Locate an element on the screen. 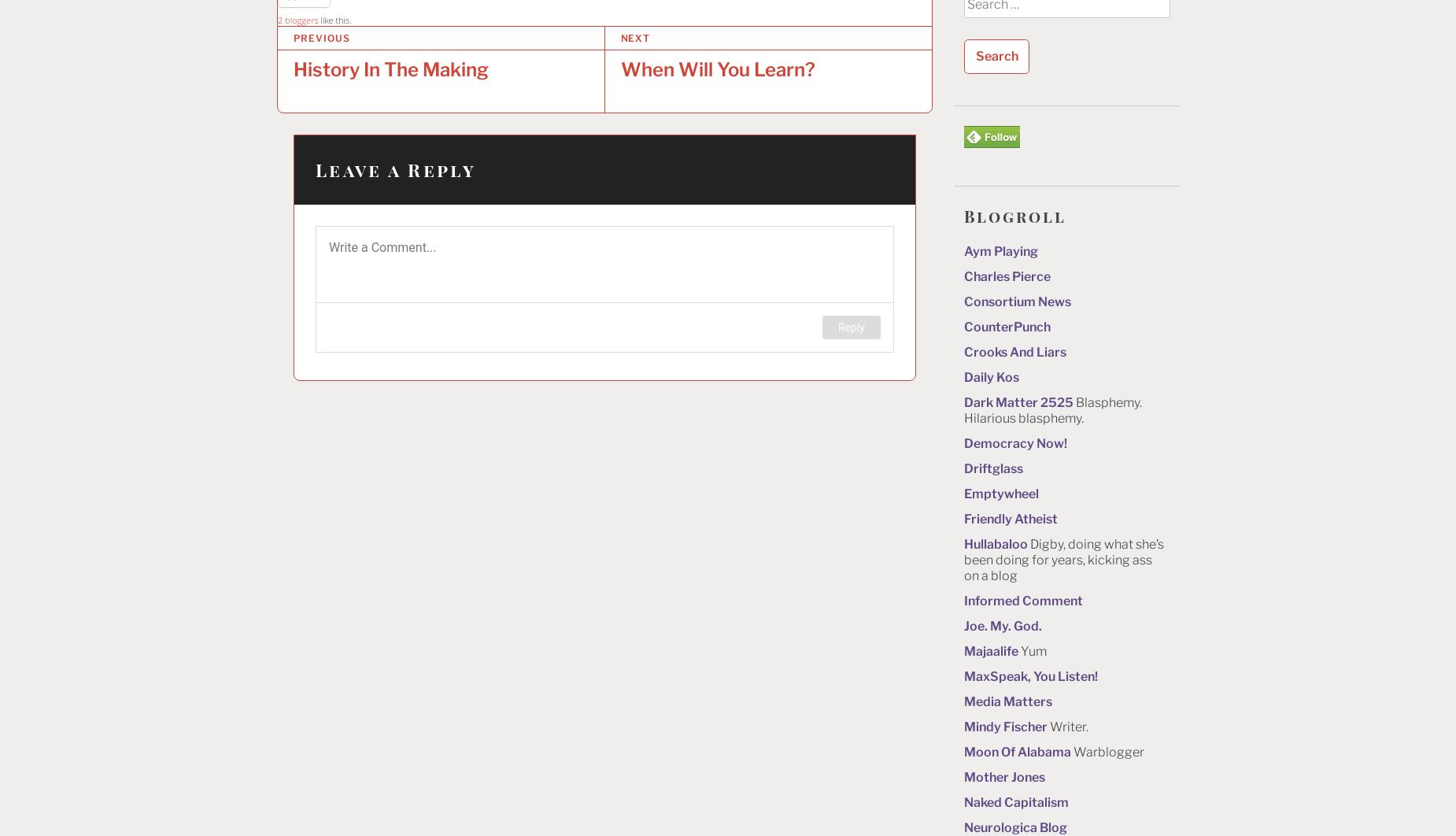 The height and width of the screenshot is (836, 1456). 'Search powered by Jetpack' is located at coordinates (737, 683).